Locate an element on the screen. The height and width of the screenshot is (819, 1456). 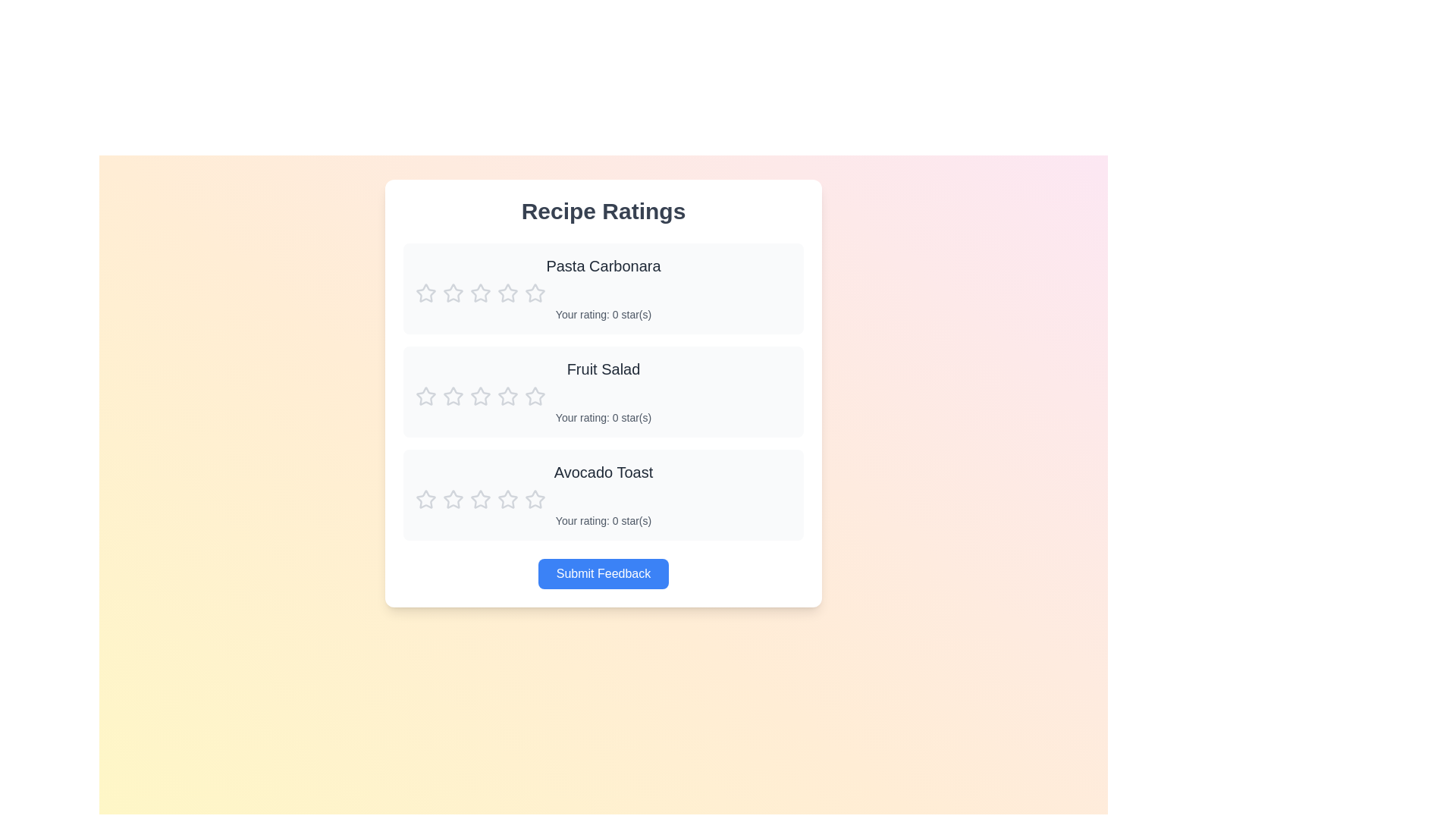
the first star icon in the rating section of 'Avocado Toast' to set a rating of 1 star is located at coordinates (425, 499).